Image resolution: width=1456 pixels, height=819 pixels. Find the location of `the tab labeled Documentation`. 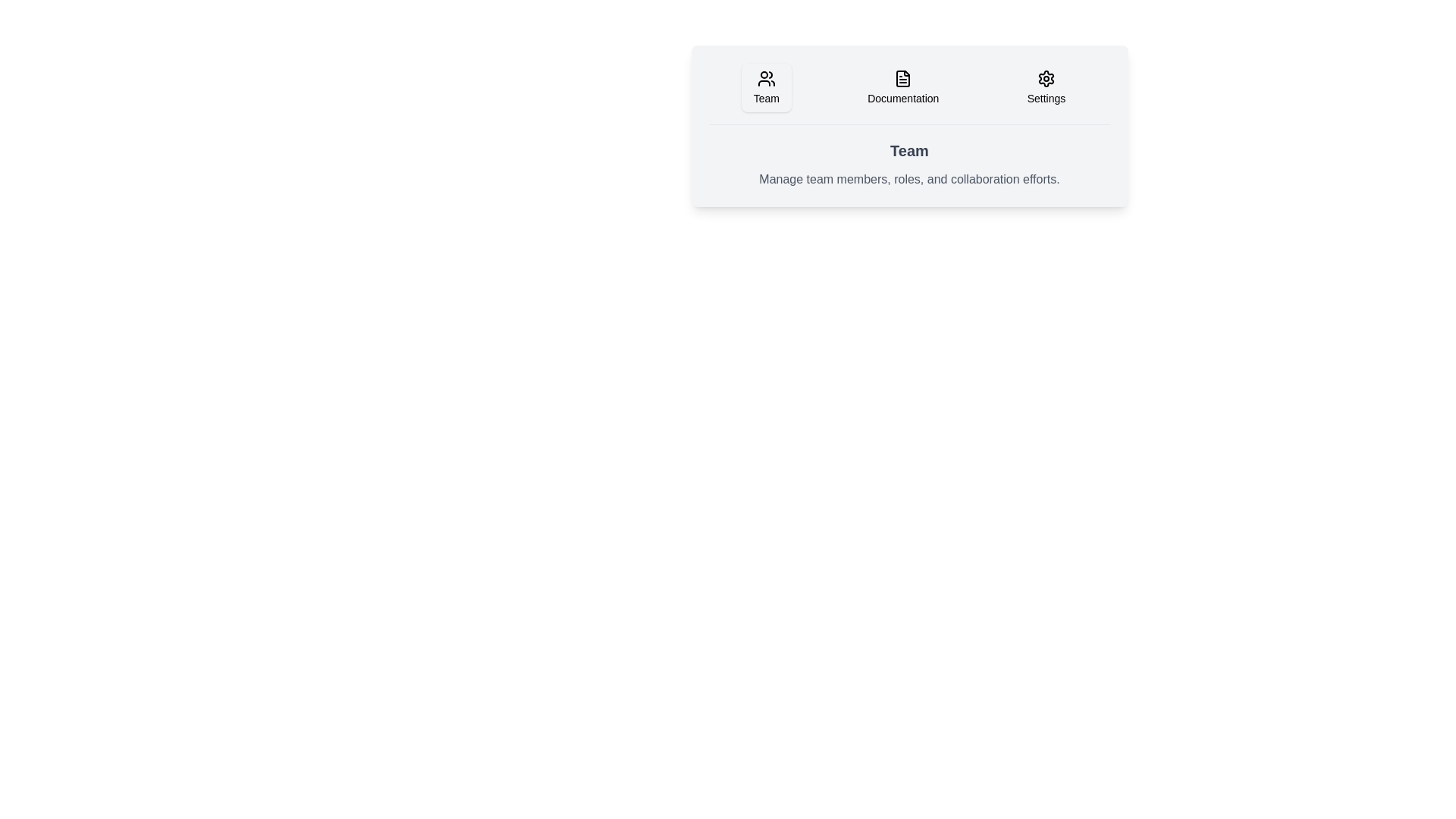

the tab labeled Documentation is located at coordinates (903, 87).